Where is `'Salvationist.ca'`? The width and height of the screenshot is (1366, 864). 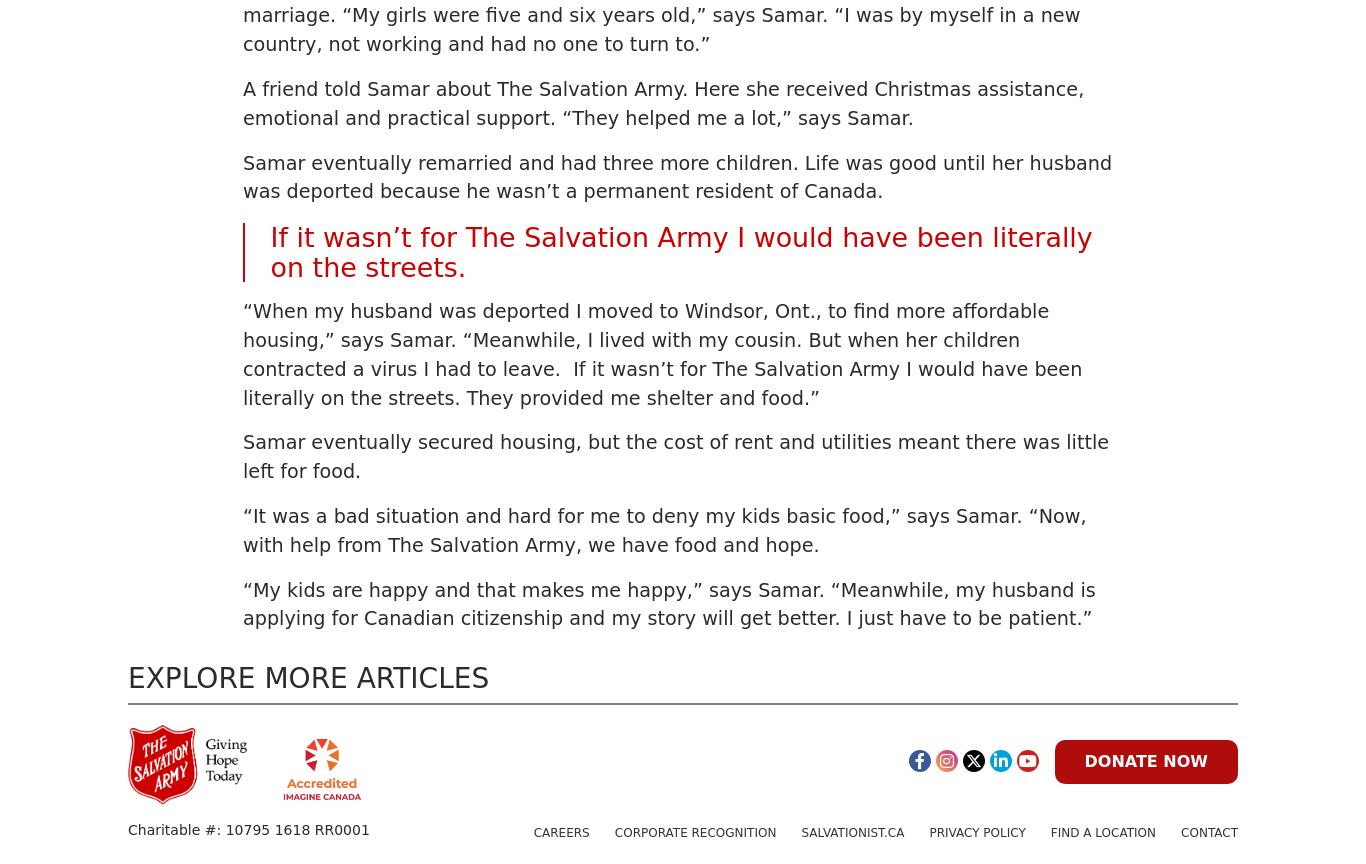 'Salvationist.ca' is located at coordinates (800, 831).